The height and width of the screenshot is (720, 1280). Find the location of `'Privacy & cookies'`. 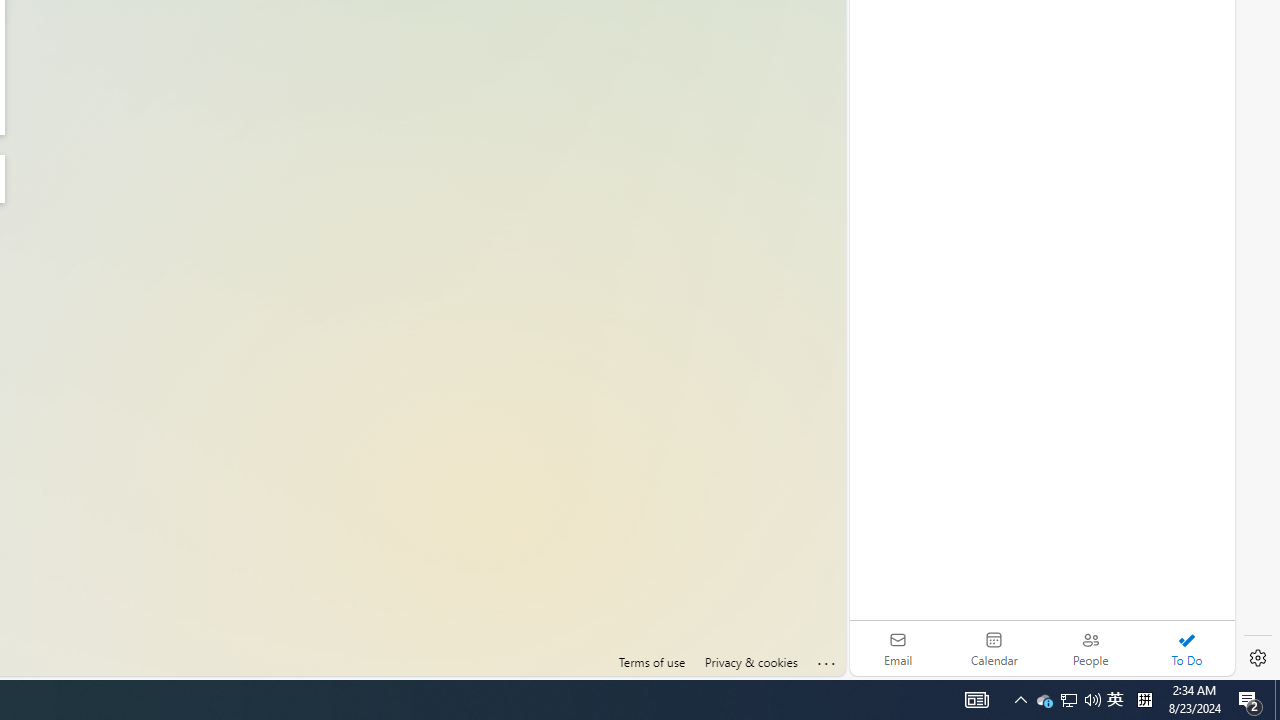

'Privacy & cookies' is located at coordinates (749, 662).